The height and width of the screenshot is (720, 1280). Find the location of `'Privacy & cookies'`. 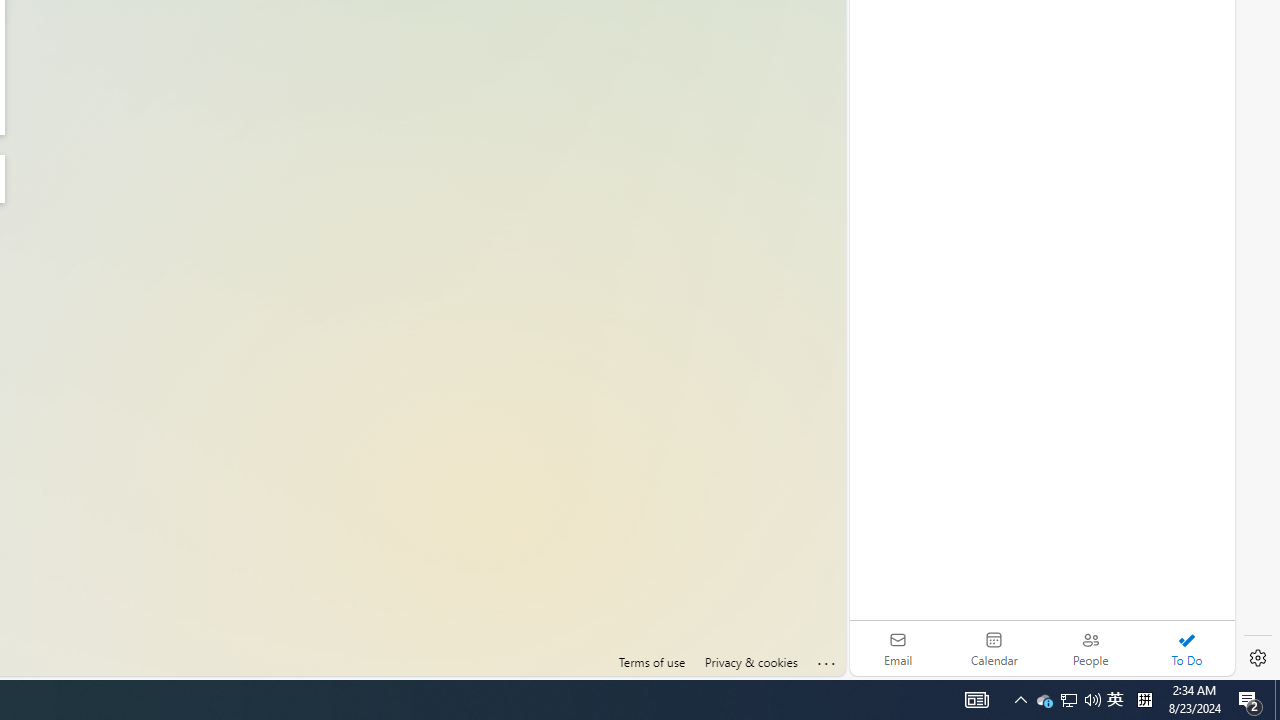

'Privacy & cookies' is located at coordinates (749, 662).